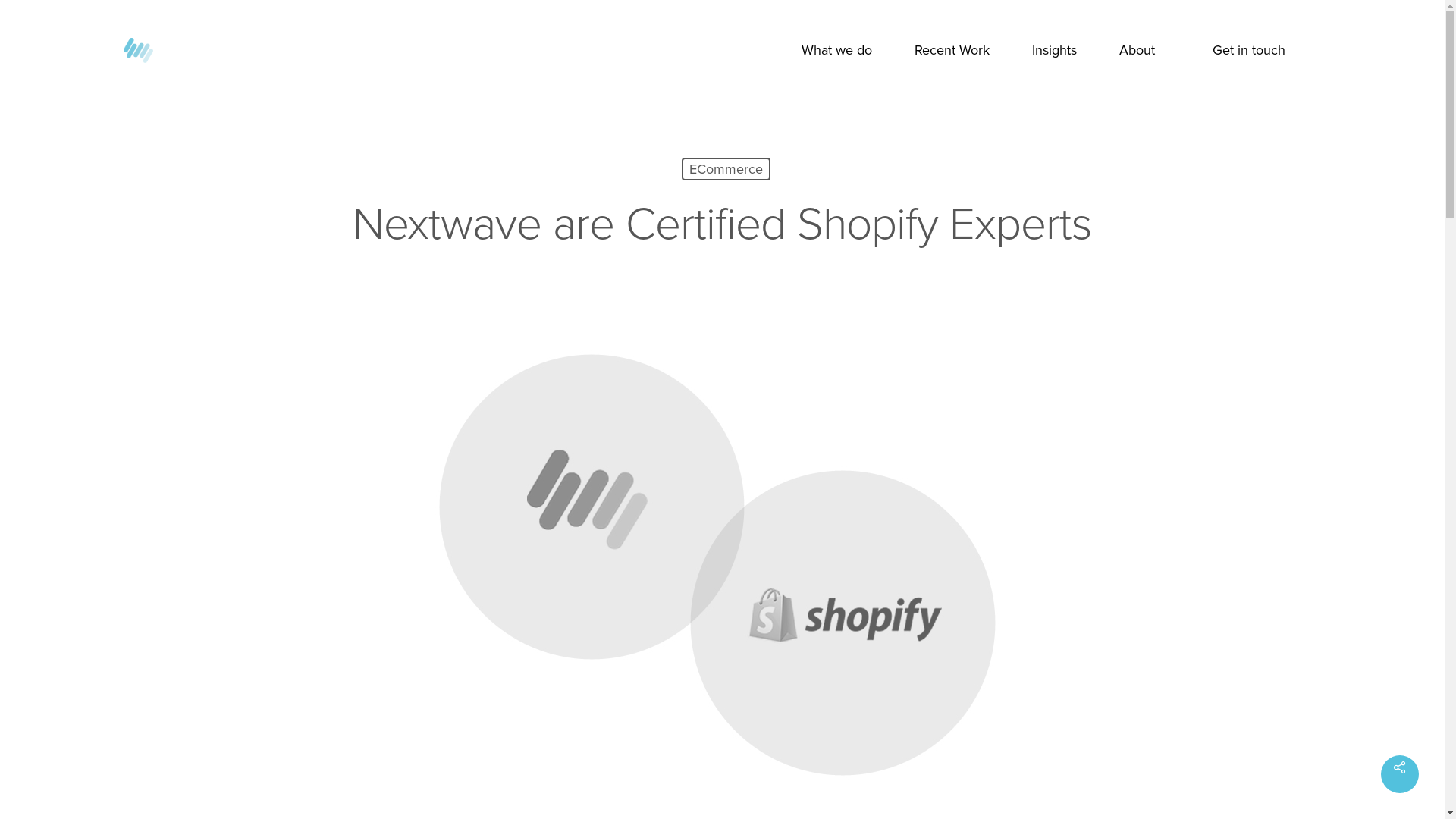  What do you see at coordinates (1137, 49) in the screenshot?
I see `'About'` at bounding box center [1137, 49].